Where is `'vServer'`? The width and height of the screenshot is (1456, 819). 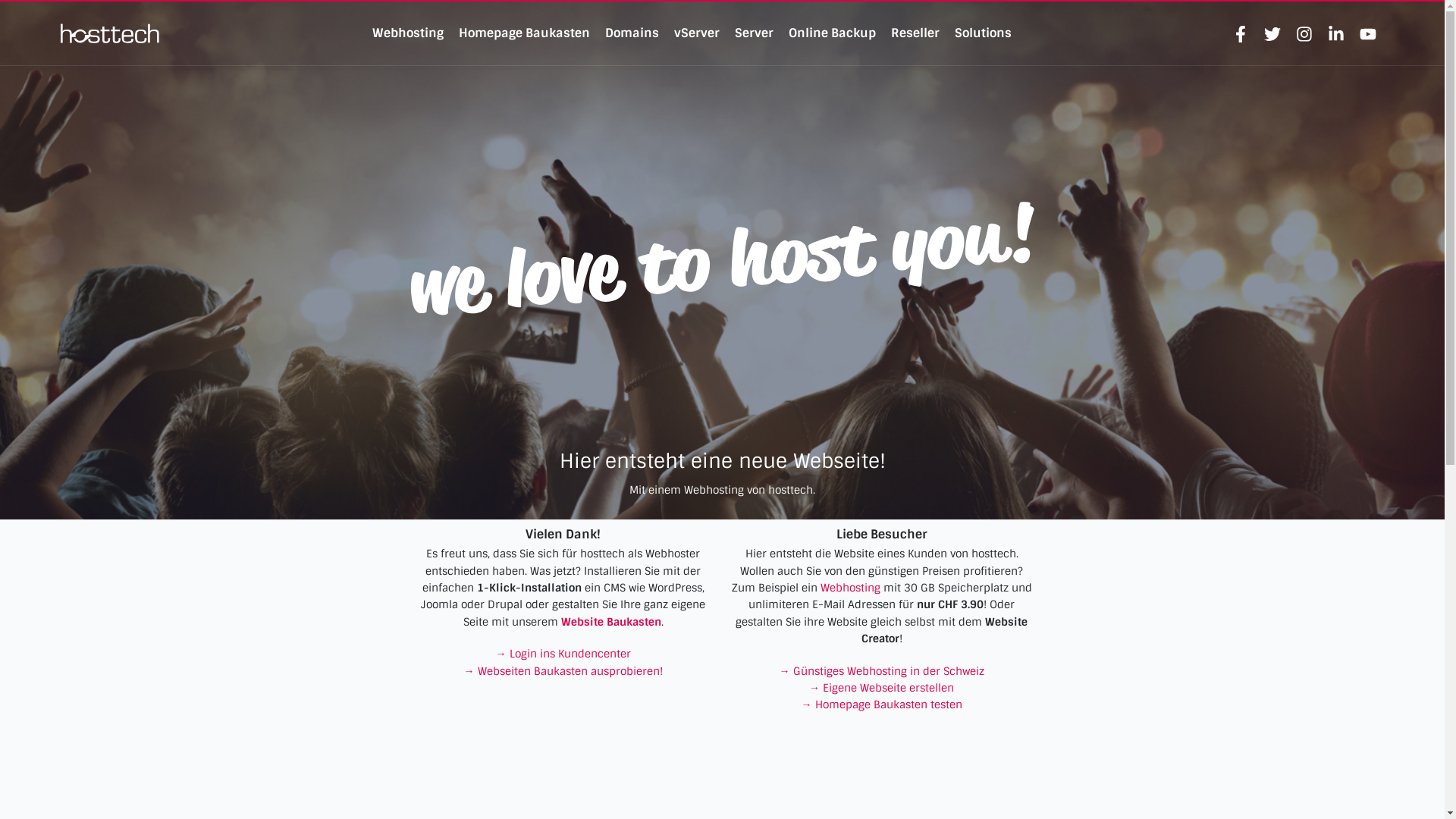 'vServer' is located at coordinates (673, 33).